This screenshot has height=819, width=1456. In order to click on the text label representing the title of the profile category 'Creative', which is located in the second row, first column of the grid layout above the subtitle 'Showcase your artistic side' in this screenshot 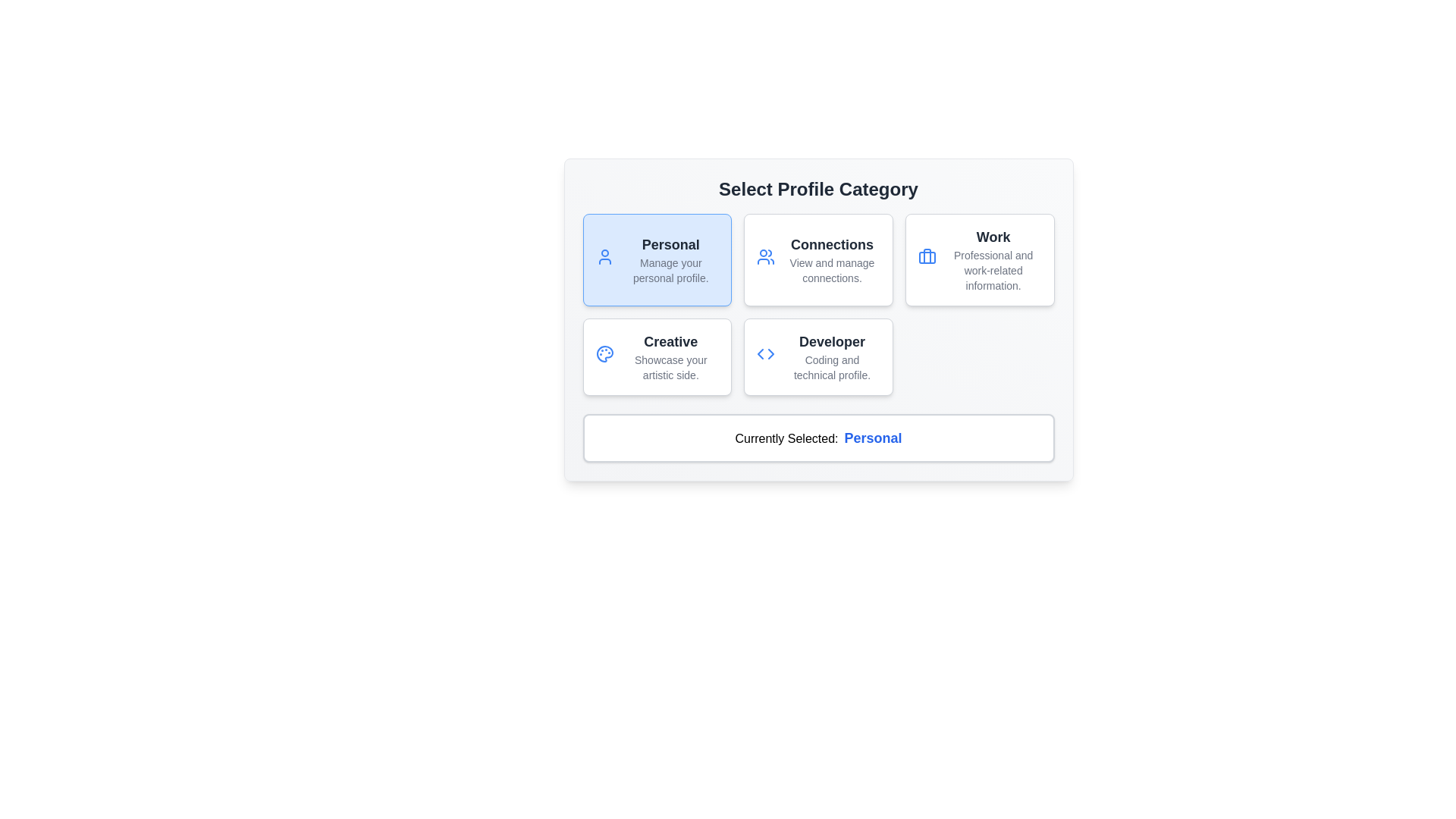, I will do `click(670, 342)`.